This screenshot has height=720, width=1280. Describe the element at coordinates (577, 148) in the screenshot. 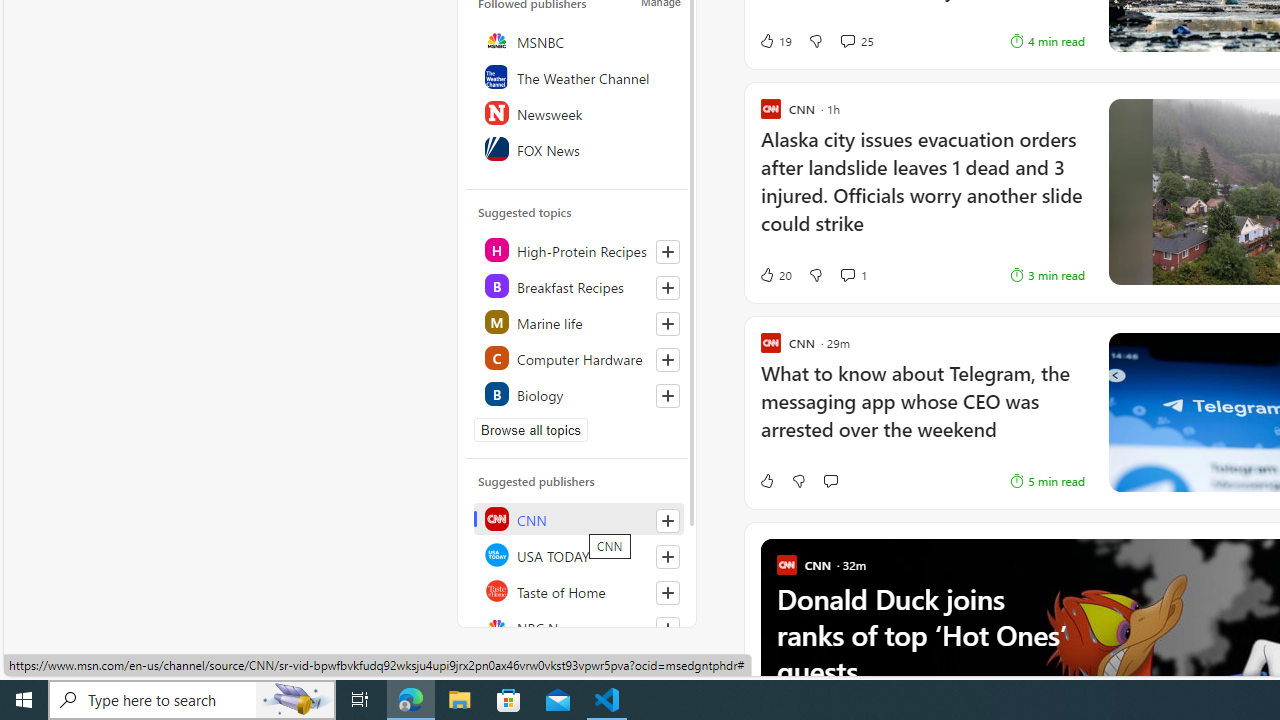

I see `'FOX News'` at that location.